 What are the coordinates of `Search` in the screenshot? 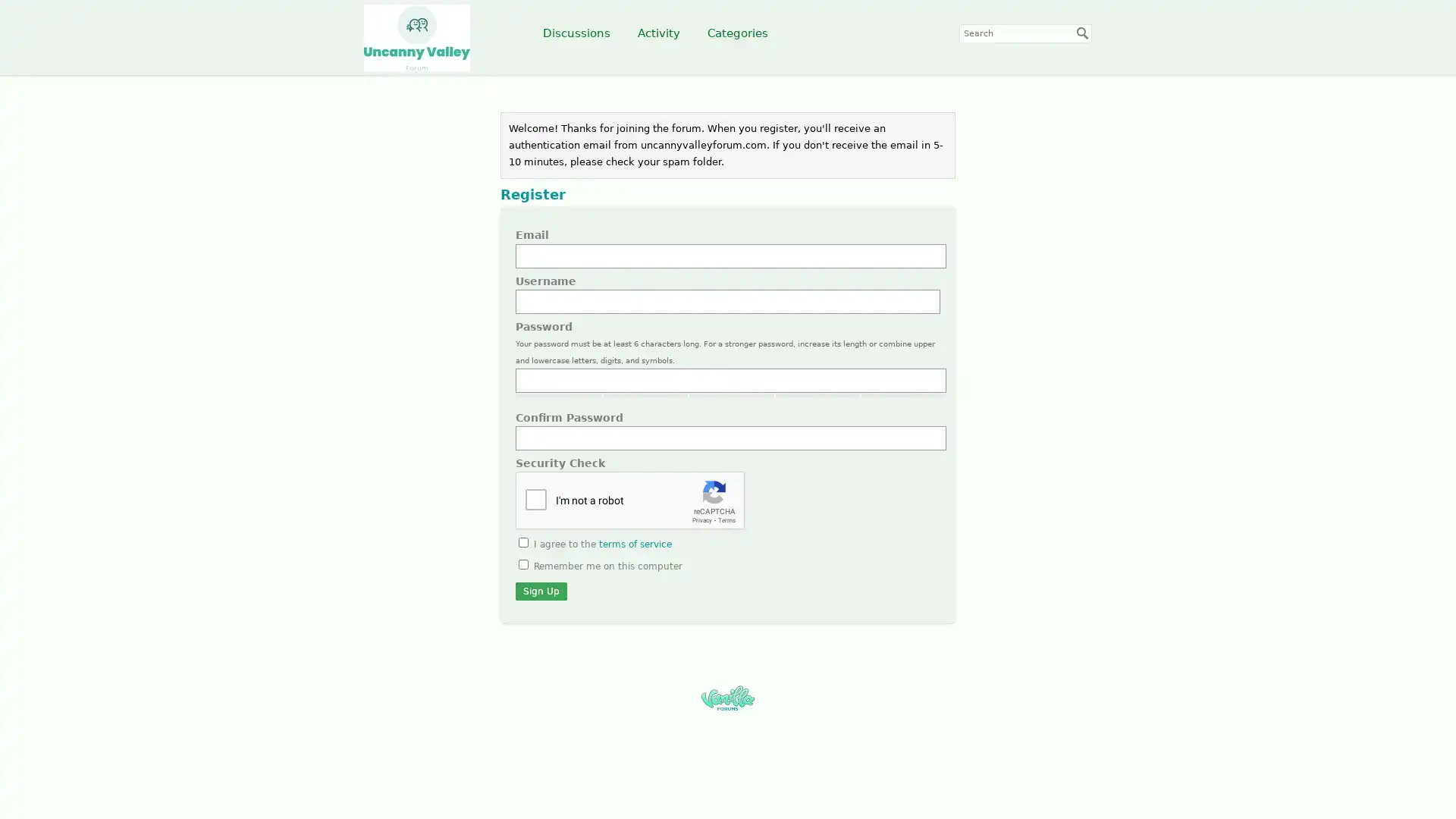 It's located at (1082, 33).